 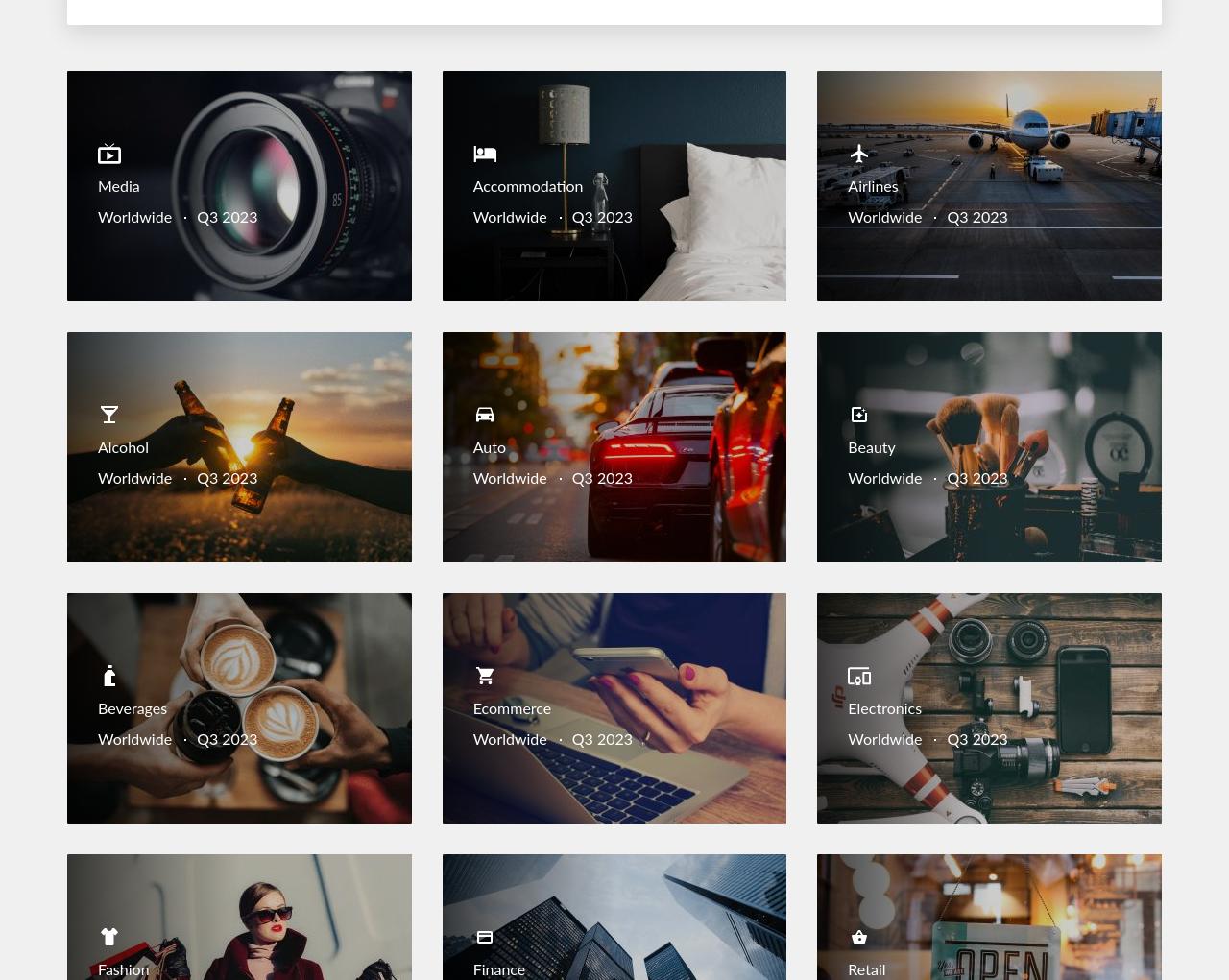 I want to click on 'Beverages', so click(x=131, y=707).